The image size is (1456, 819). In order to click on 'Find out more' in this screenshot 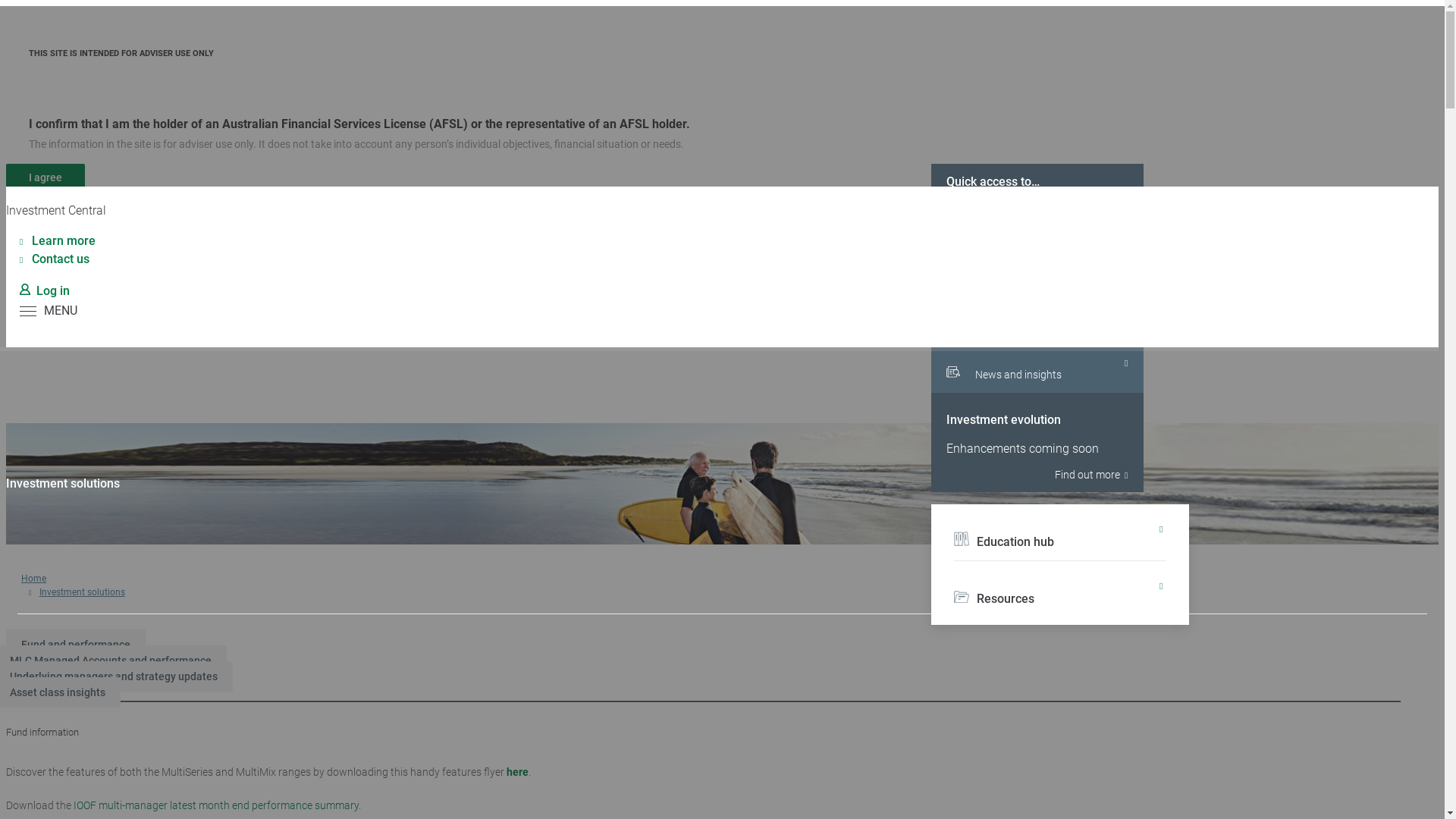, I will do `click(1037, 474)`.